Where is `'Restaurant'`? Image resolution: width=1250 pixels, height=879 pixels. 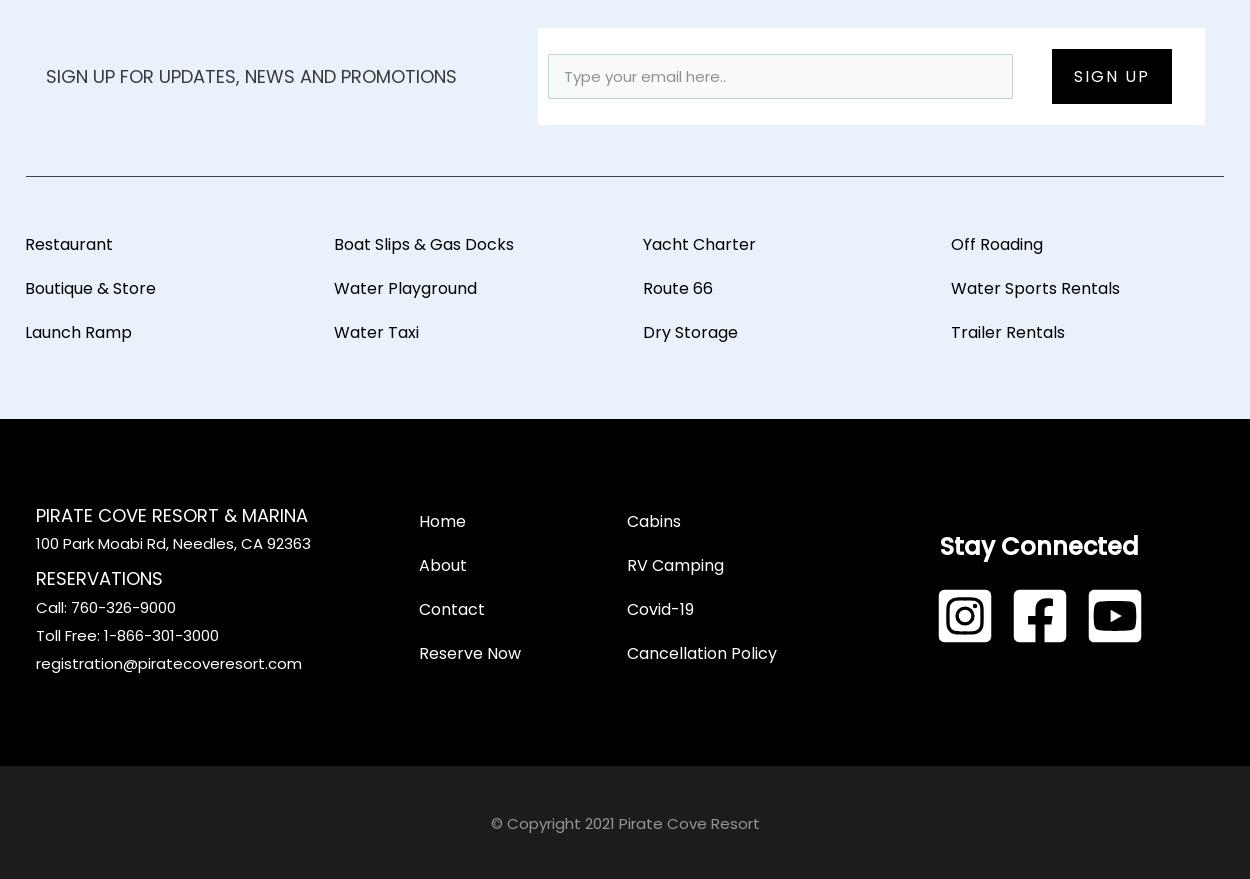 'Restaurant' is located at coordinates (68, 243).